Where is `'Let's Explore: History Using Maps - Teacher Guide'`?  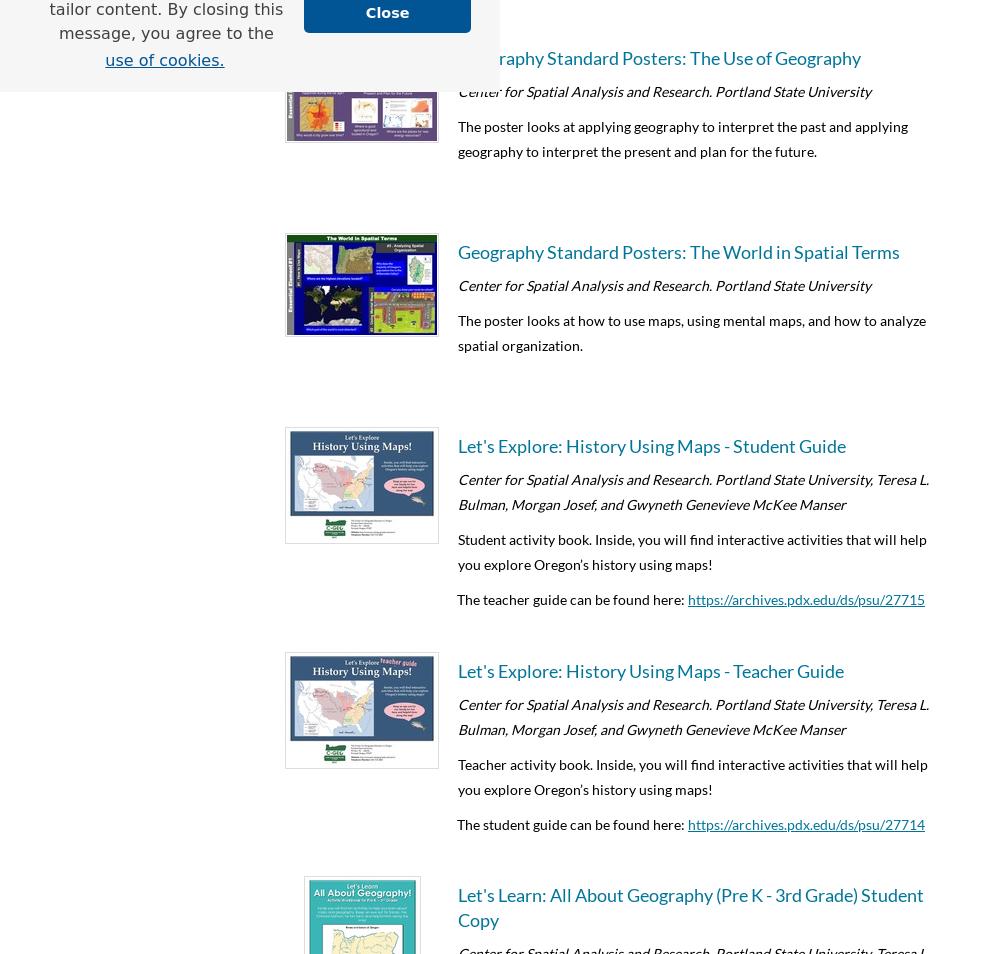 'Let's Explore: History Using Maps - Teacher Guide' is located at coordinates (649, 668).